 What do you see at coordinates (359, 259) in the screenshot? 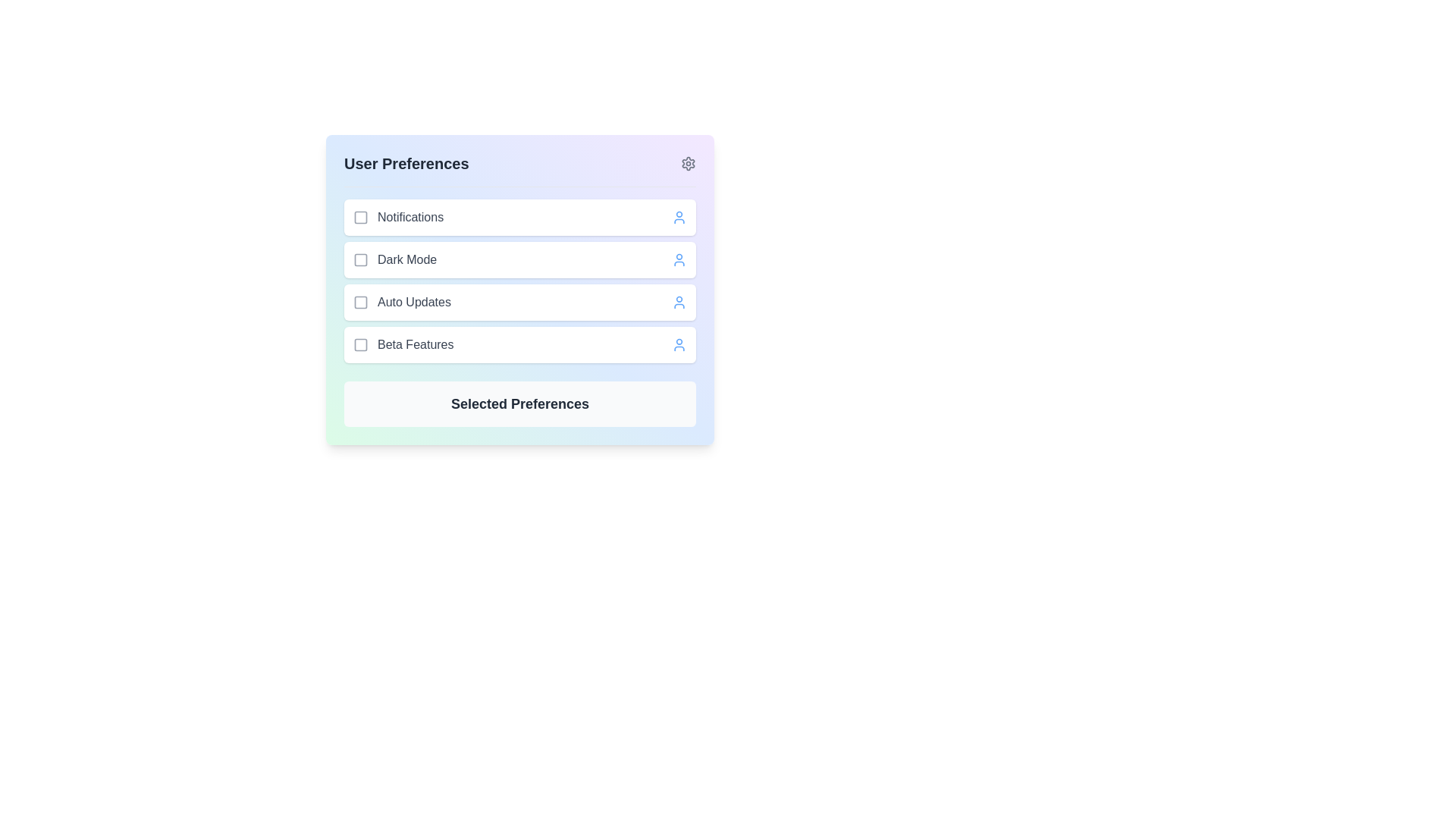
I see `the checkbox indicator for 'Dark Mode' in the User Preferences list` at bounding box center [359, 259].